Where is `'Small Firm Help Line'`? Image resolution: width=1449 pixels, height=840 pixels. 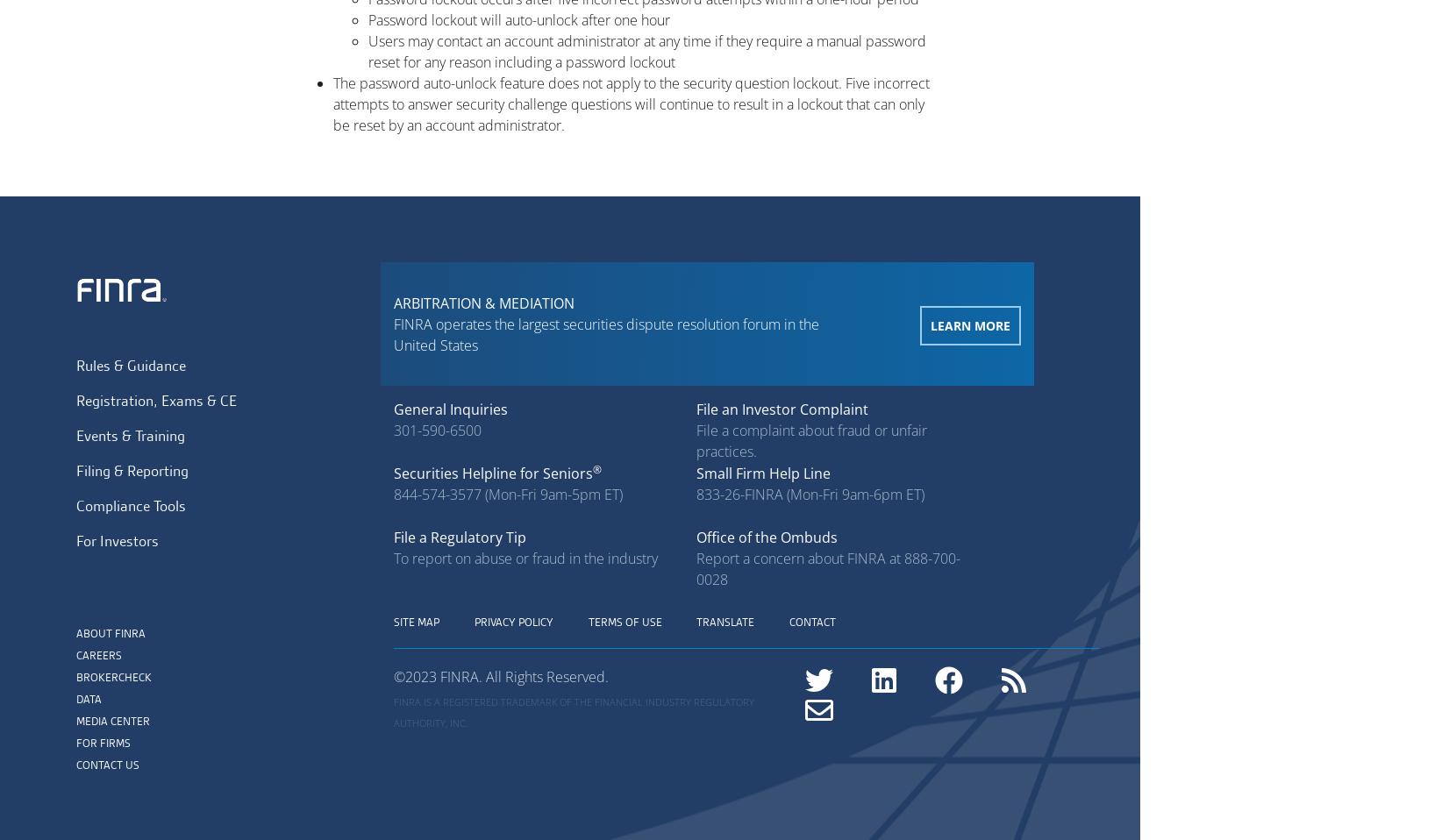
'Small Firm Help Line' is located at coordinates (762, 473).